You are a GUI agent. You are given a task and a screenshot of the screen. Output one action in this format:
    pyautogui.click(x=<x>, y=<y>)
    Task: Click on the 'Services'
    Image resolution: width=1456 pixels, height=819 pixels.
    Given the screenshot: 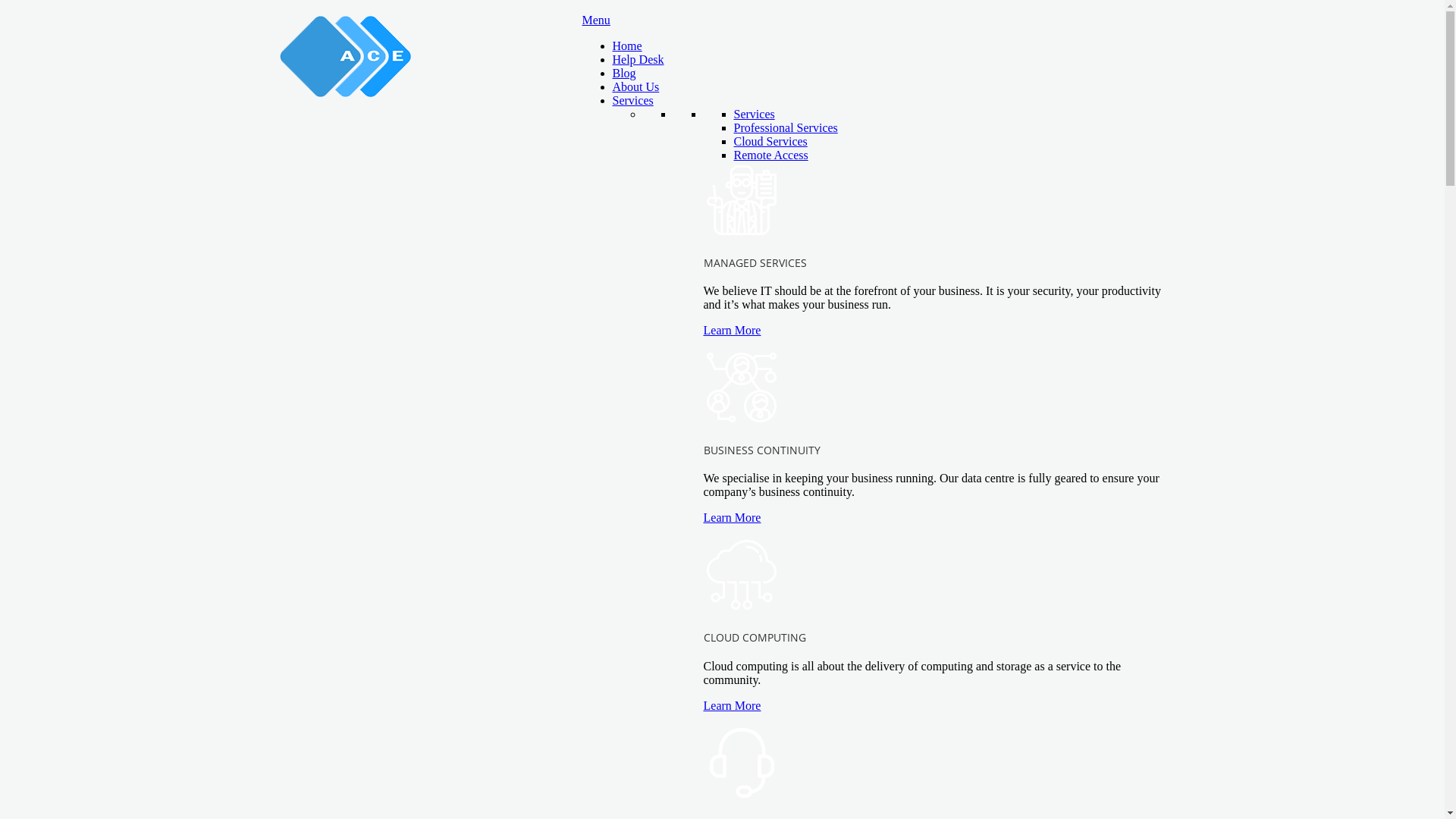 What is the action you would take?
    pyautogui.click(x=633, y=100)
    